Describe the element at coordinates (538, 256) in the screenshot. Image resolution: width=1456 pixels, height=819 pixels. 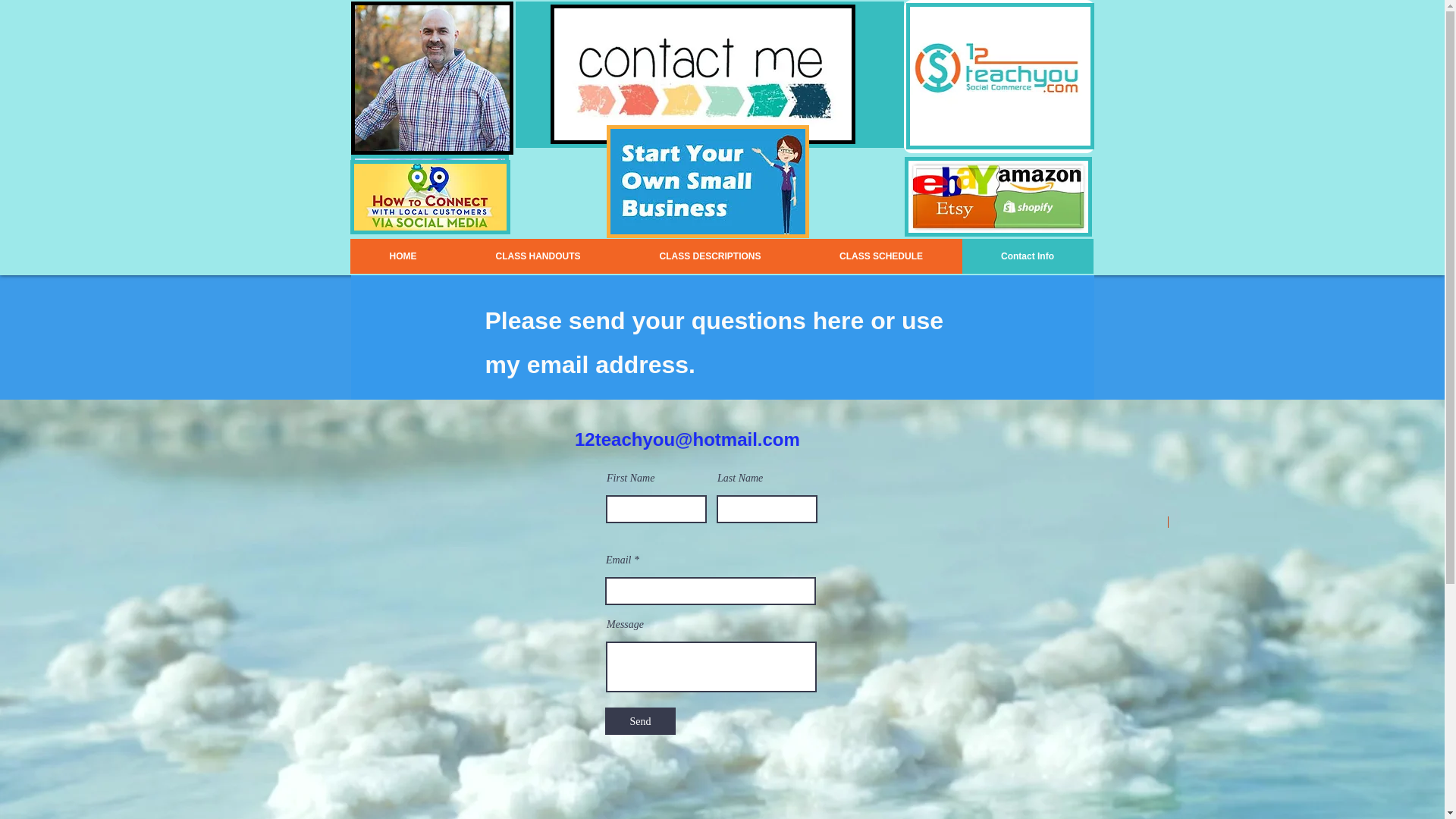
I see `'CLASS HANDOUTS'` at that location.